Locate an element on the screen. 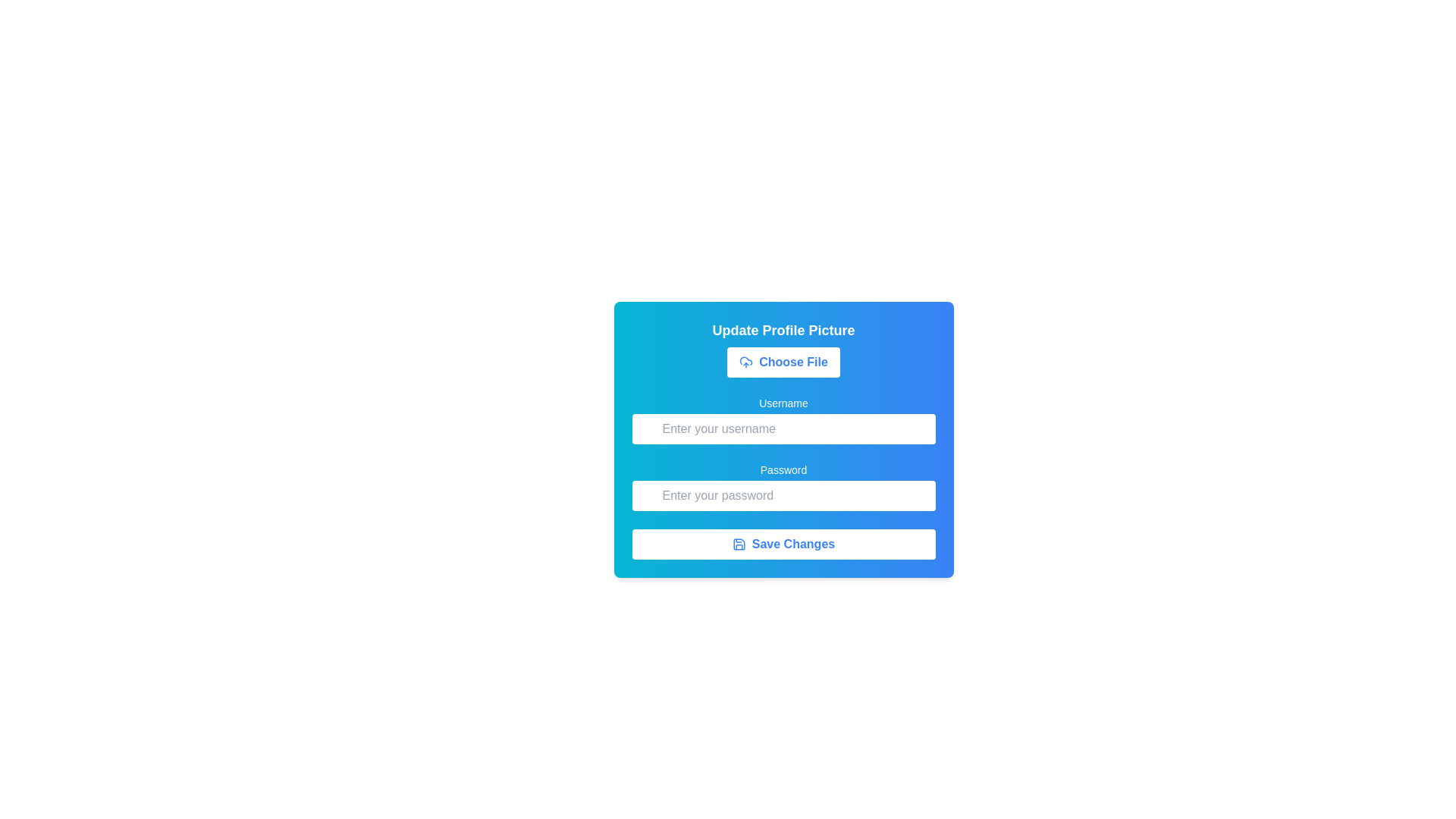 The height and width of the screenshot is (819, 1456). the 'Choose File' button is located at coordinates (783, 362).